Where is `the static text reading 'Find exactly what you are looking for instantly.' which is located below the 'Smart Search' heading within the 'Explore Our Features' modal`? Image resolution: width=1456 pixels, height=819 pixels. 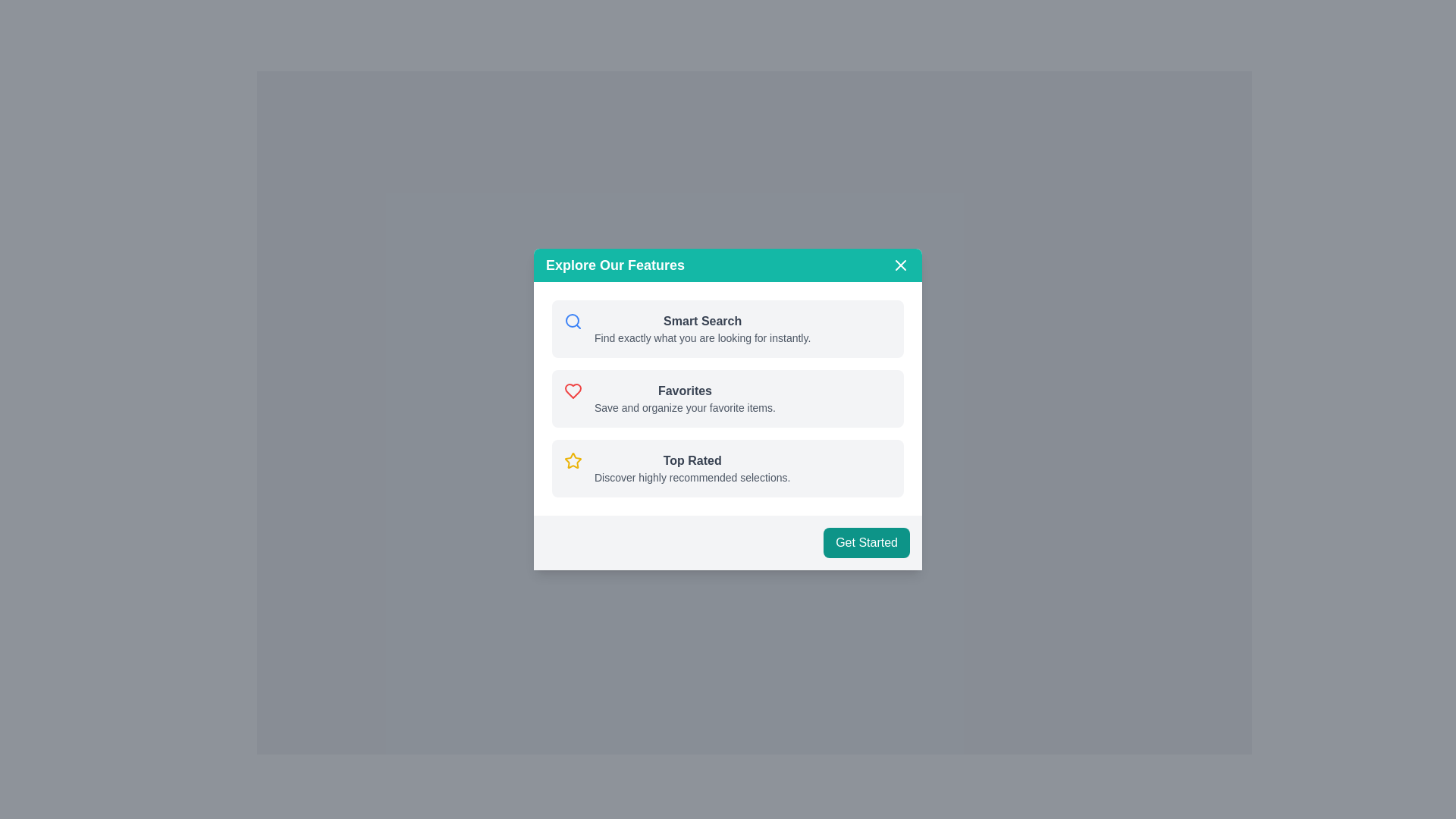
the static text reading 'Find exactly what you are looking for instantly.' which is located below the 'Smart Search' heading within the 'Explore Our Features' modal is located at coordinates (701, 337).